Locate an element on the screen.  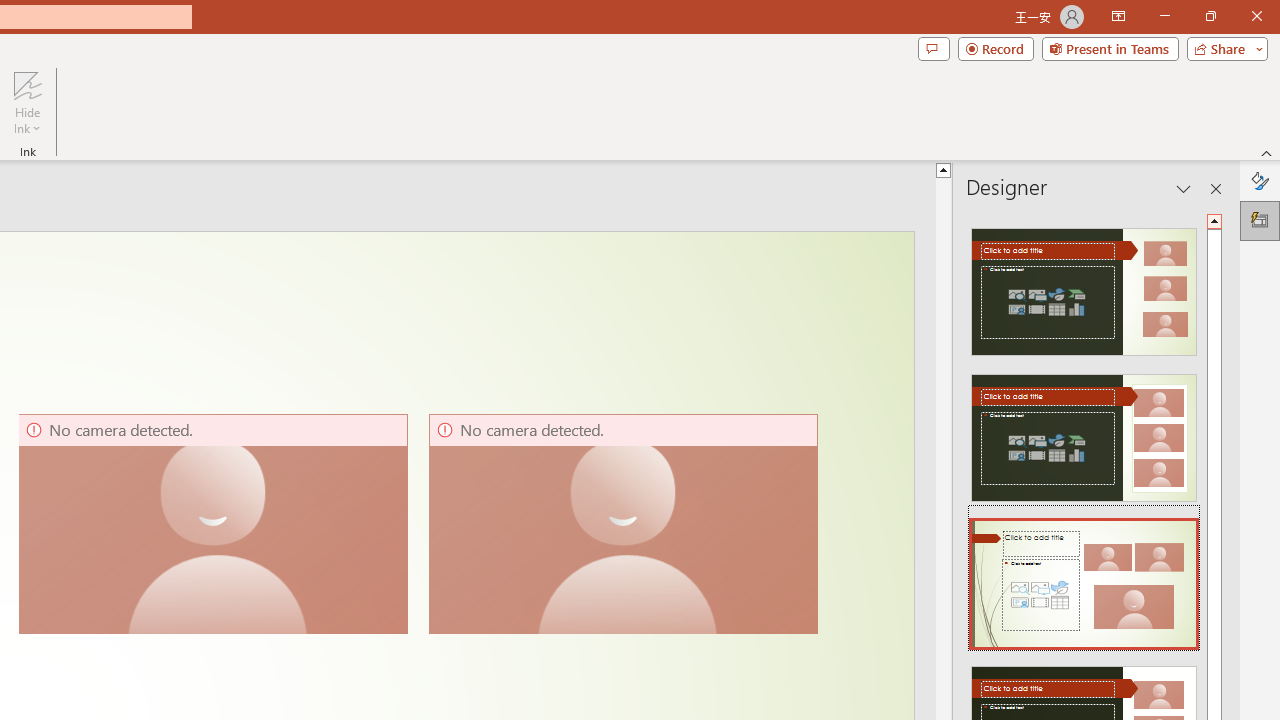
'Camera 3, No camera detected.' is located at coordinates (622, 523).